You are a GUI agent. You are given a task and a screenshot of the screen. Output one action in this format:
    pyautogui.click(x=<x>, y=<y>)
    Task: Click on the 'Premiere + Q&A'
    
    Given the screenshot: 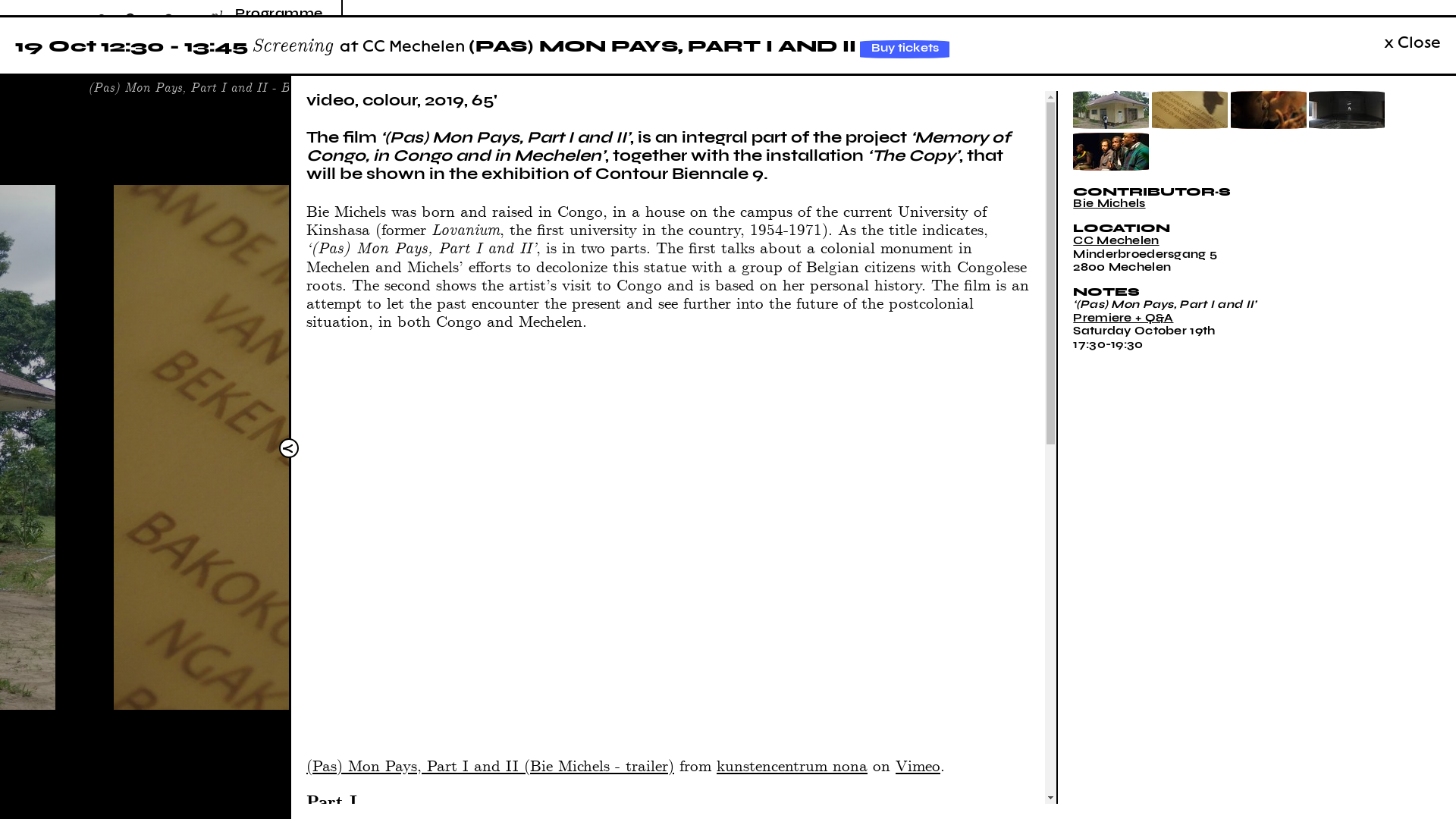 What is the action you would take?
    pyautogui.click(x=1072, y=317)
    